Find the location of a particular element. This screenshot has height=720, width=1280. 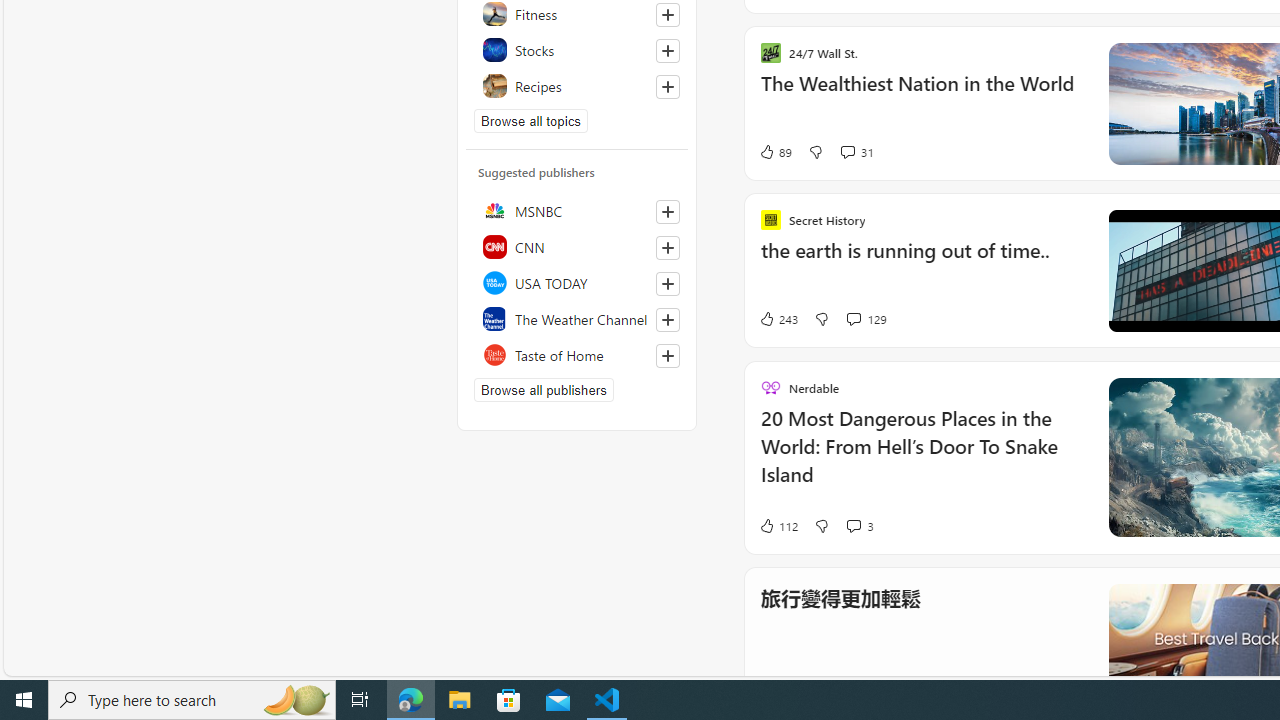

'View comments 3 Comment' is located at coordinates (859, 524).